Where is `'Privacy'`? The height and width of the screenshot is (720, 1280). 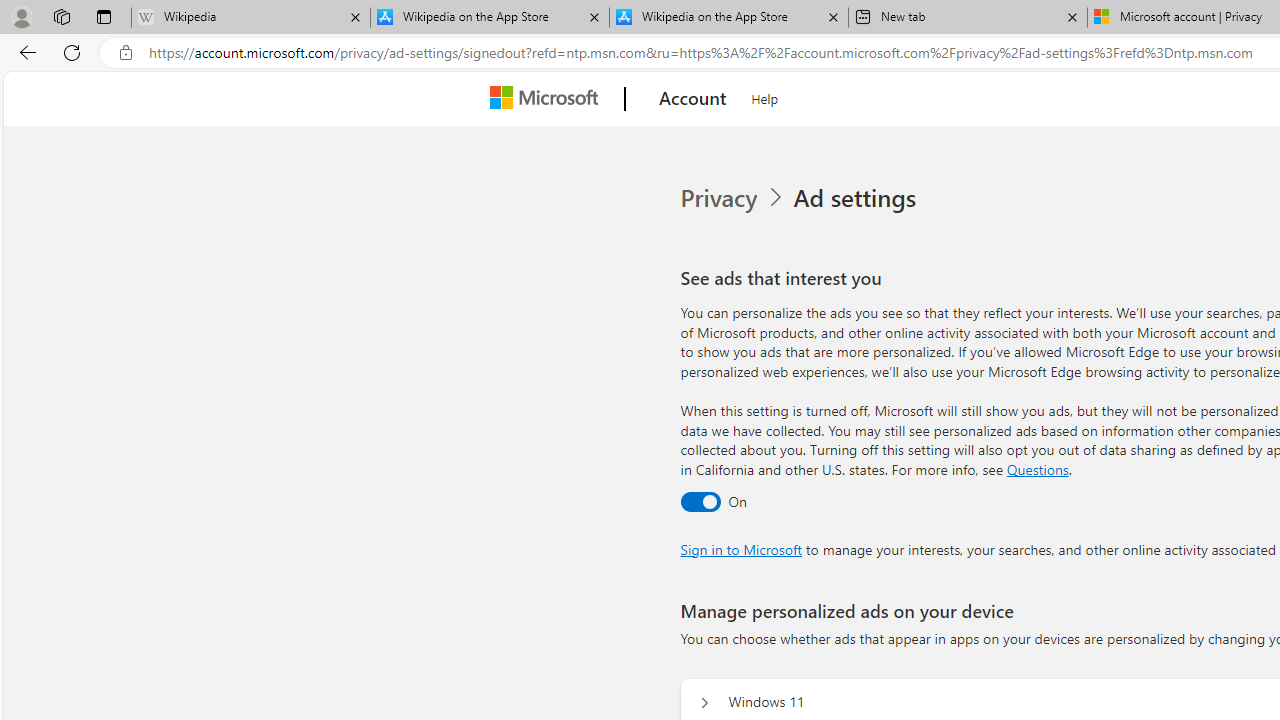
'Privacy' is located at coordinates (733, 198).